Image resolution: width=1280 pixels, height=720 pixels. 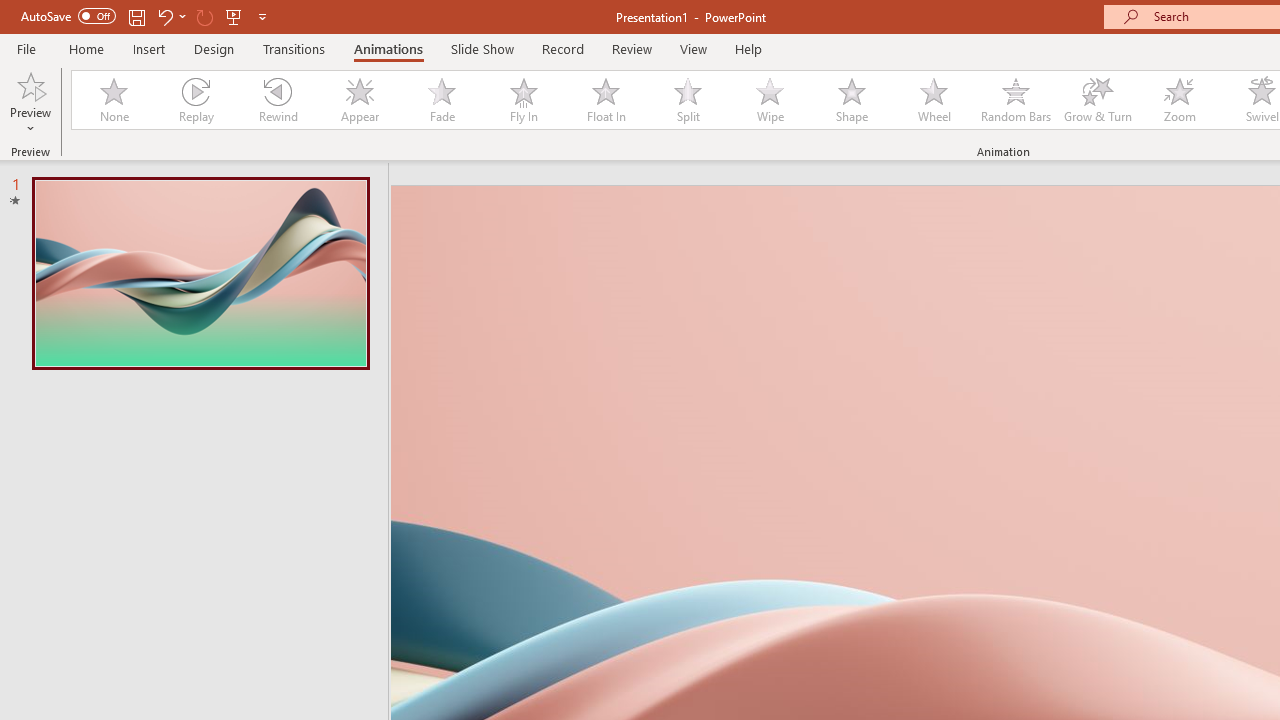 I want to click on 'Save', so click(x=135, y=16).